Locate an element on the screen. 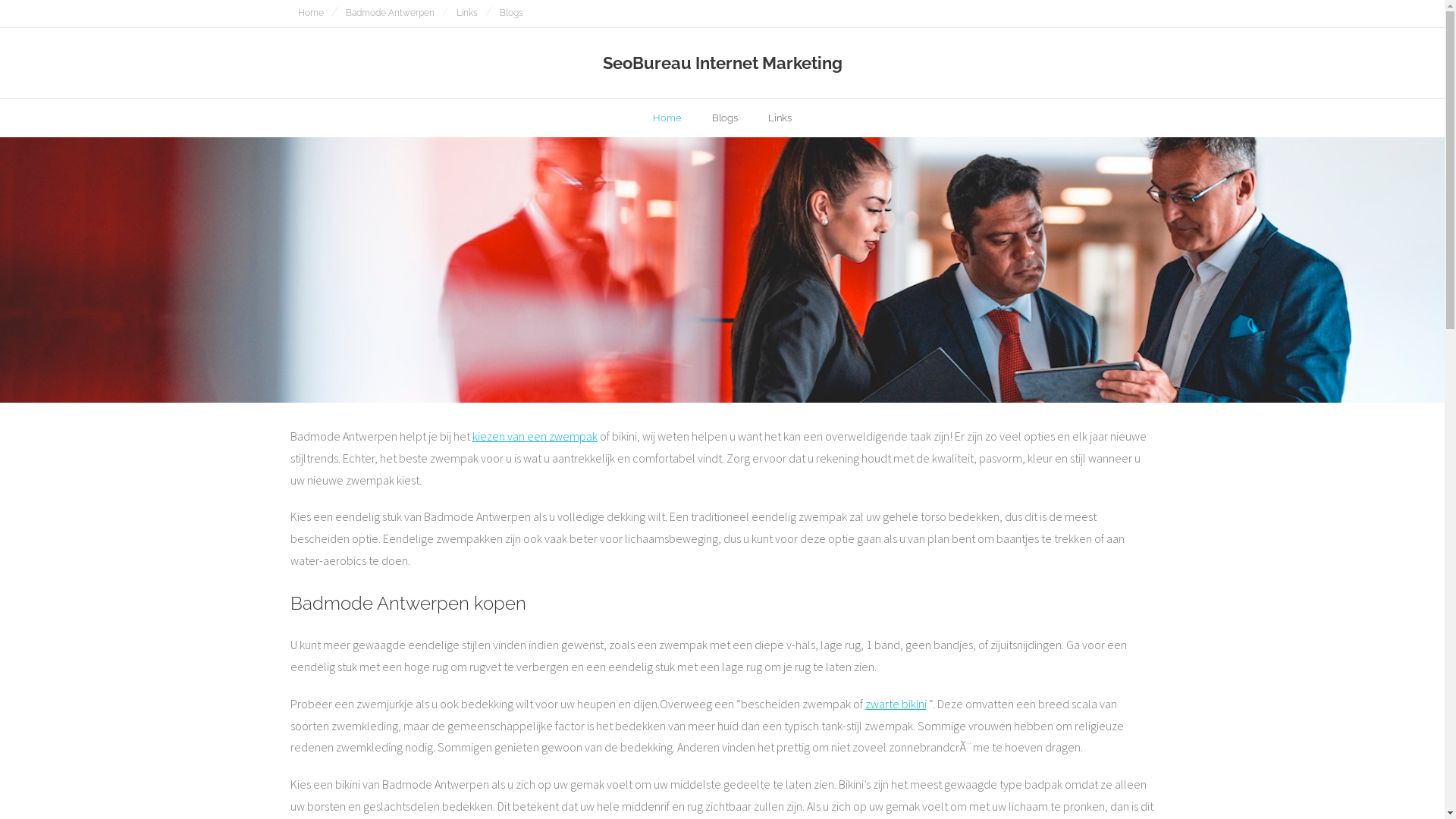 Image resolution: width=1456 pixels, height=819 pixels. 'Badmode Antwerpen' is located at coordinates (390, 14).